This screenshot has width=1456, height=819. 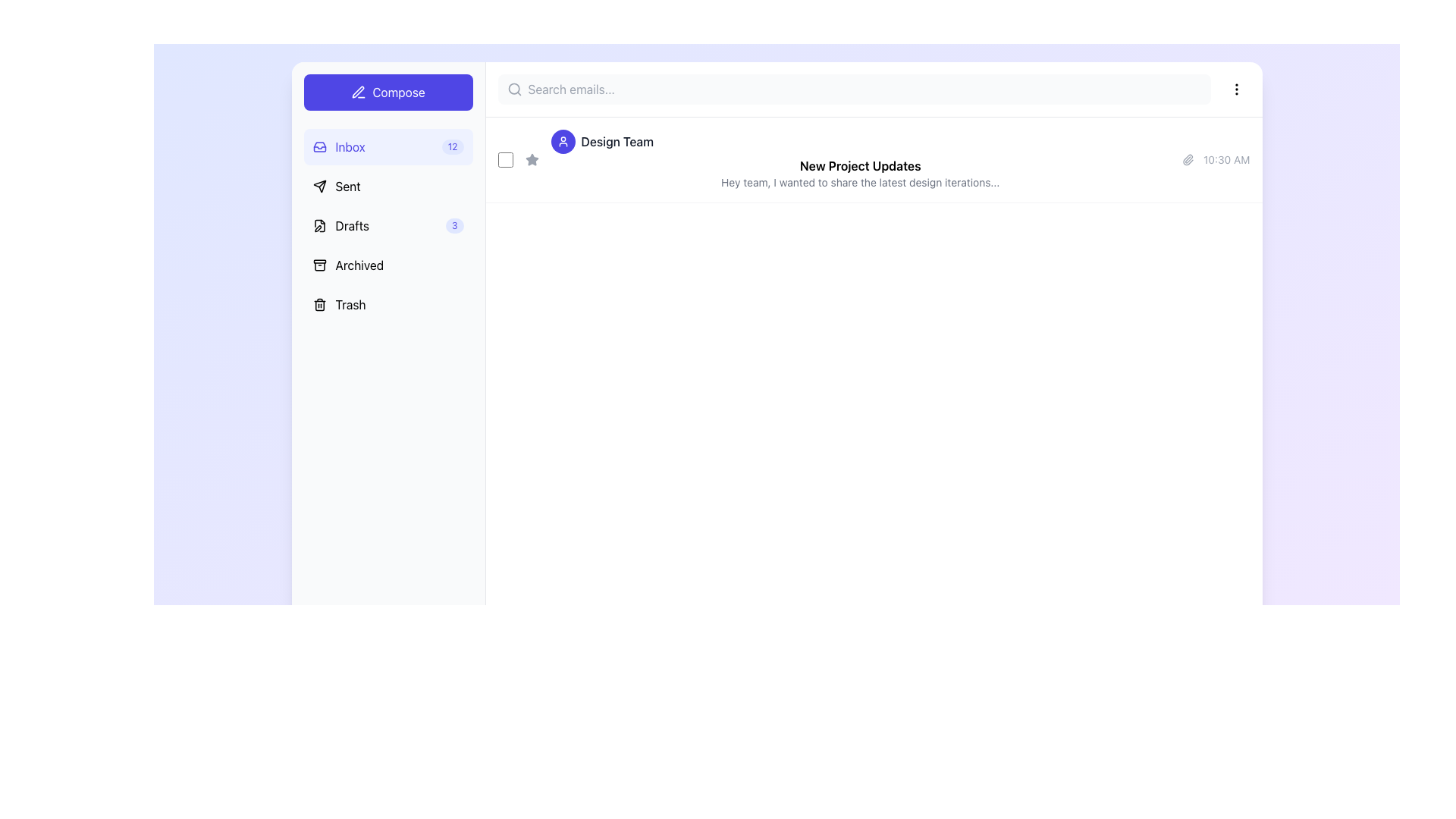 What do you see at coordinates (1216, 160) in the screenshot?
I see `the Timestamp display with an attachment indicator showing '10:30 AM' and an attachment icon on the far right side of the message row` at bounding box center [1216, 160].